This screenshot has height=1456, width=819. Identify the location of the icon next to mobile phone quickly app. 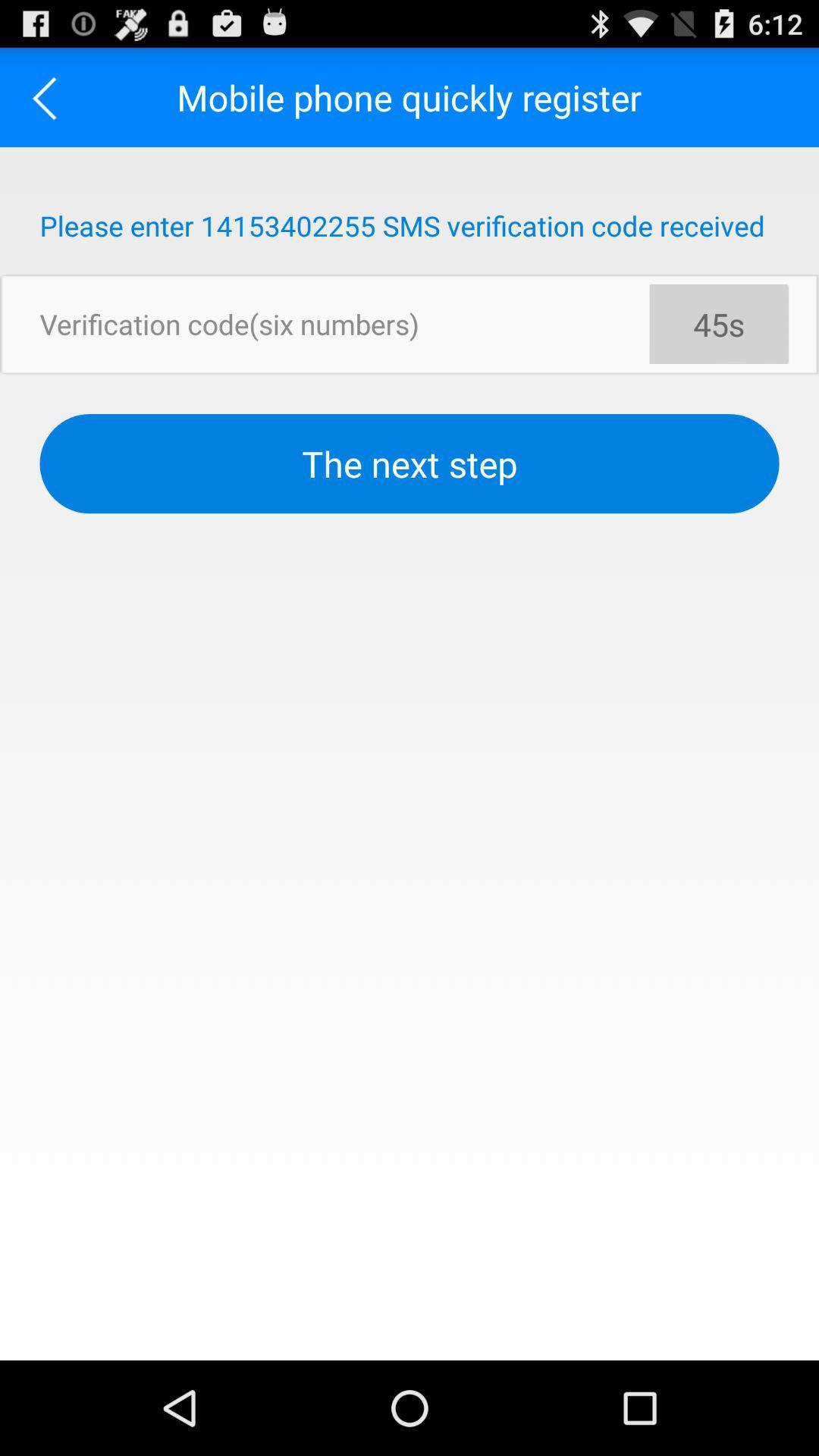
(49, 96).